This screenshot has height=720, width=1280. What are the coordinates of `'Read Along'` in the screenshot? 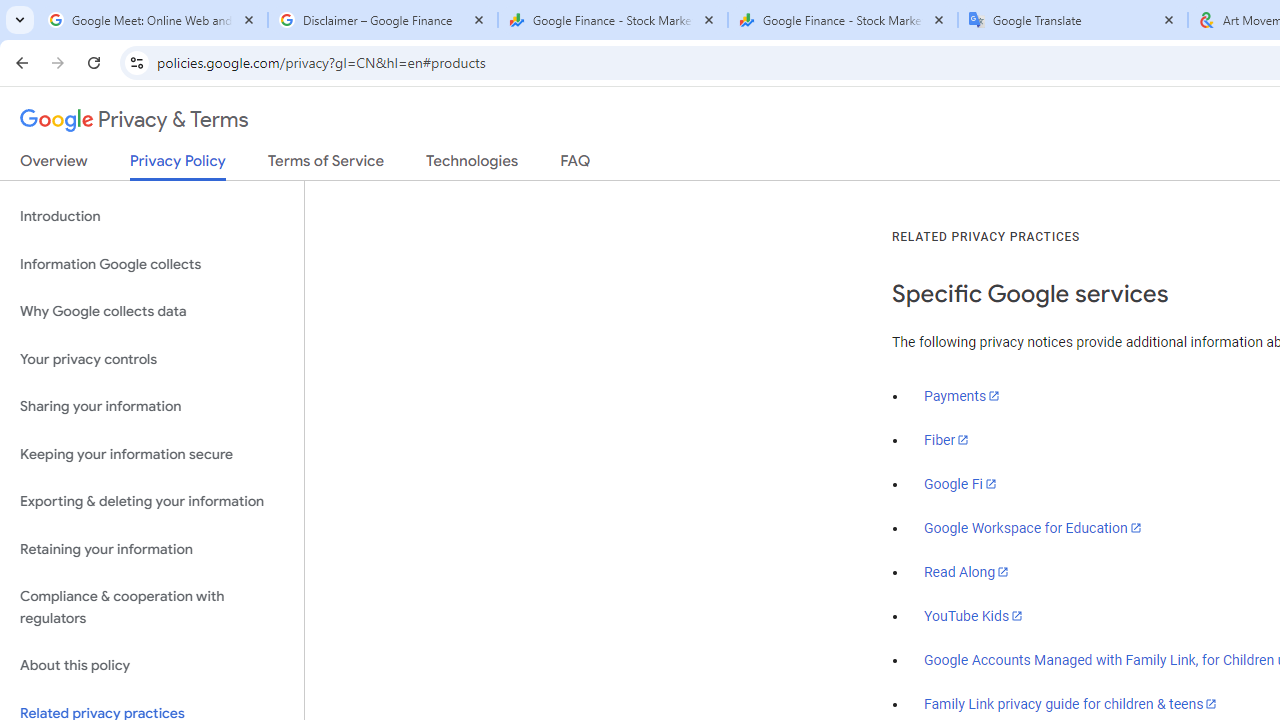 It's located at (967, 572).